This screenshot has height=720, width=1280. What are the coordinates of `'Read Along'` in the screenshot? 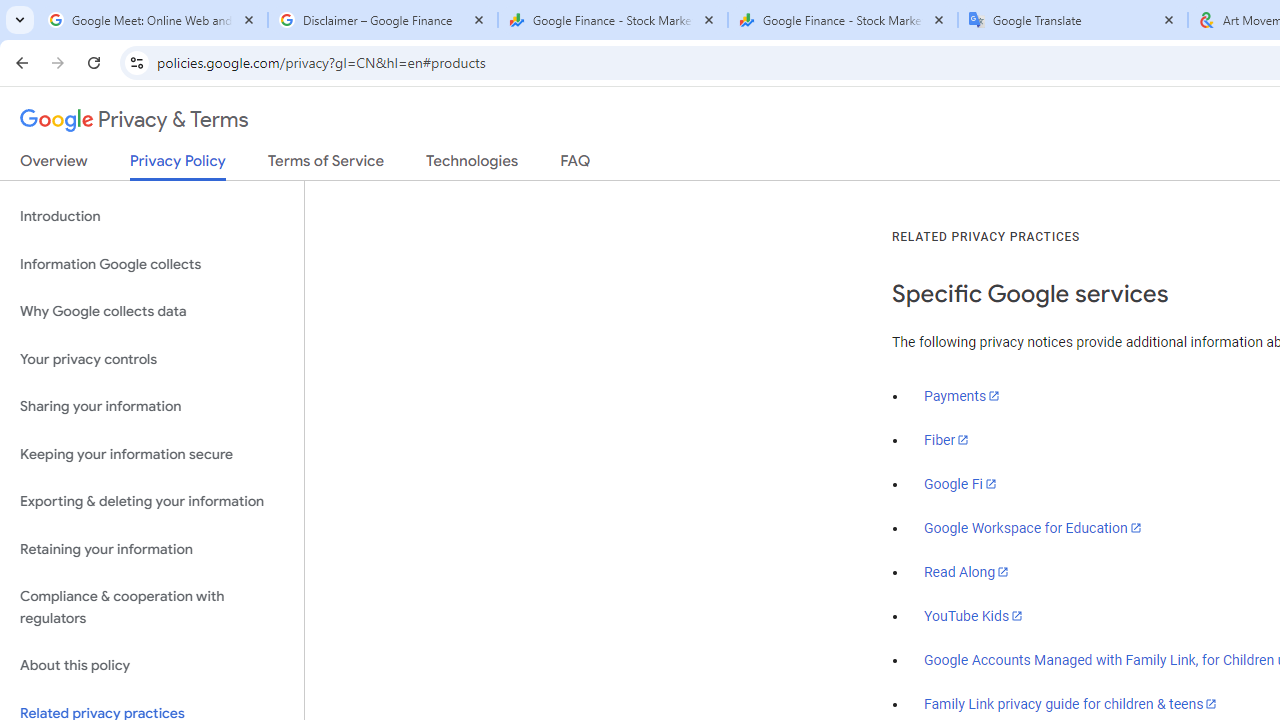 It's located at (967, 572).